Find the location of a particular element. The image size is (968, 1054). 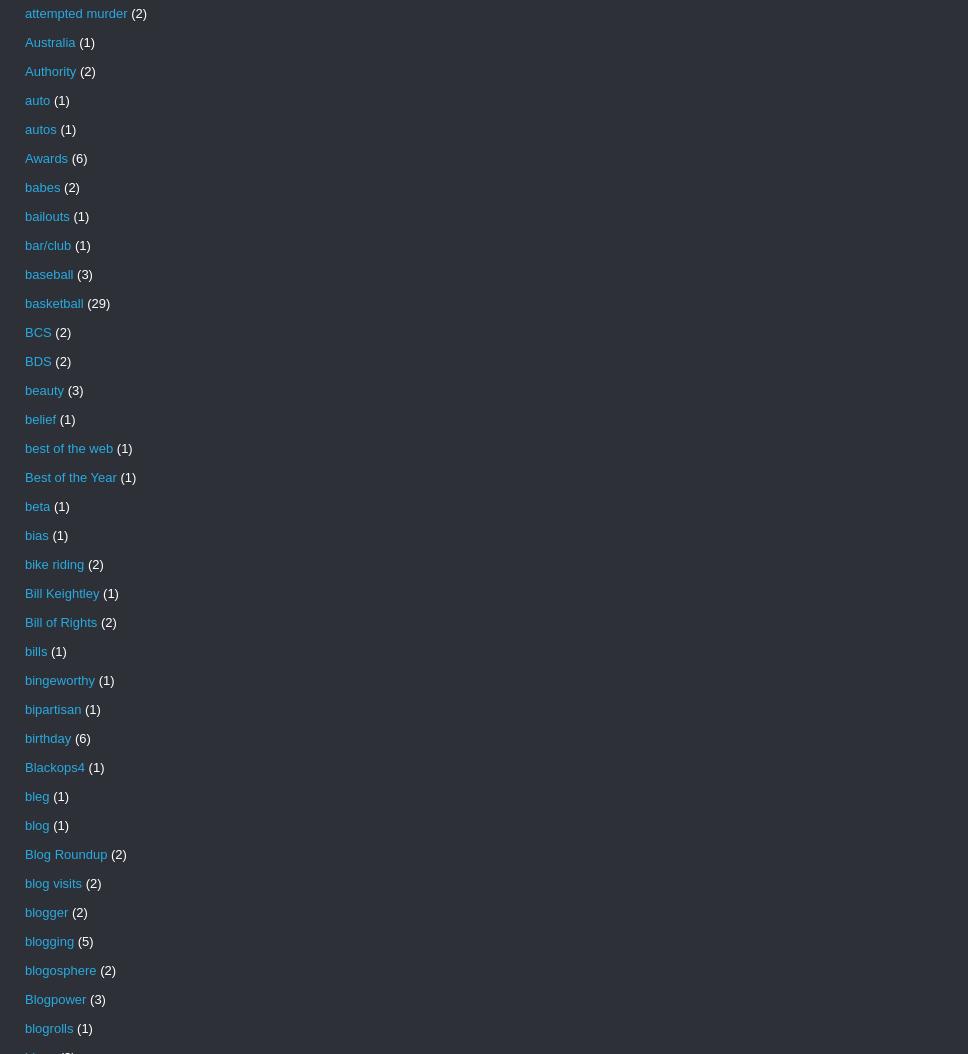

'beauty' is located at coordinates (24, 389).